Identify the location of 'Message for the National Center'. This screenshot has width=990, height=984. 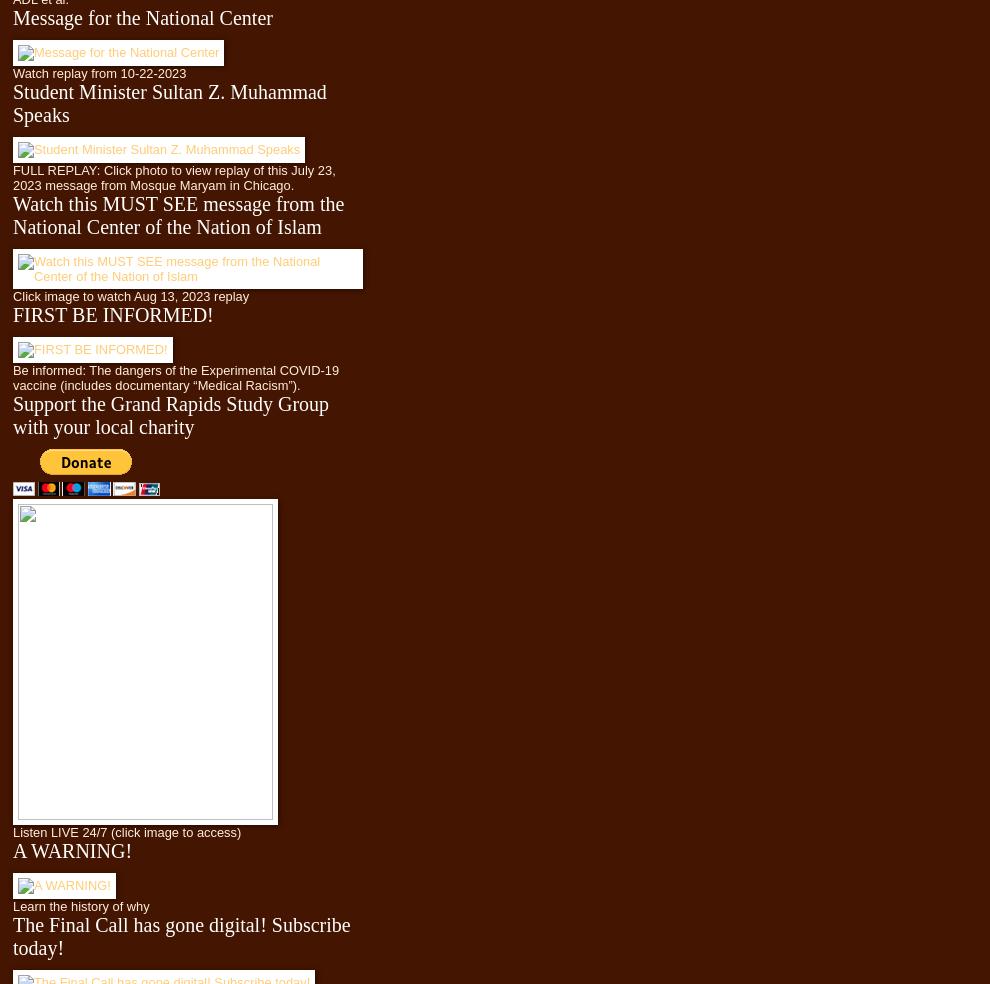
(141, 16).